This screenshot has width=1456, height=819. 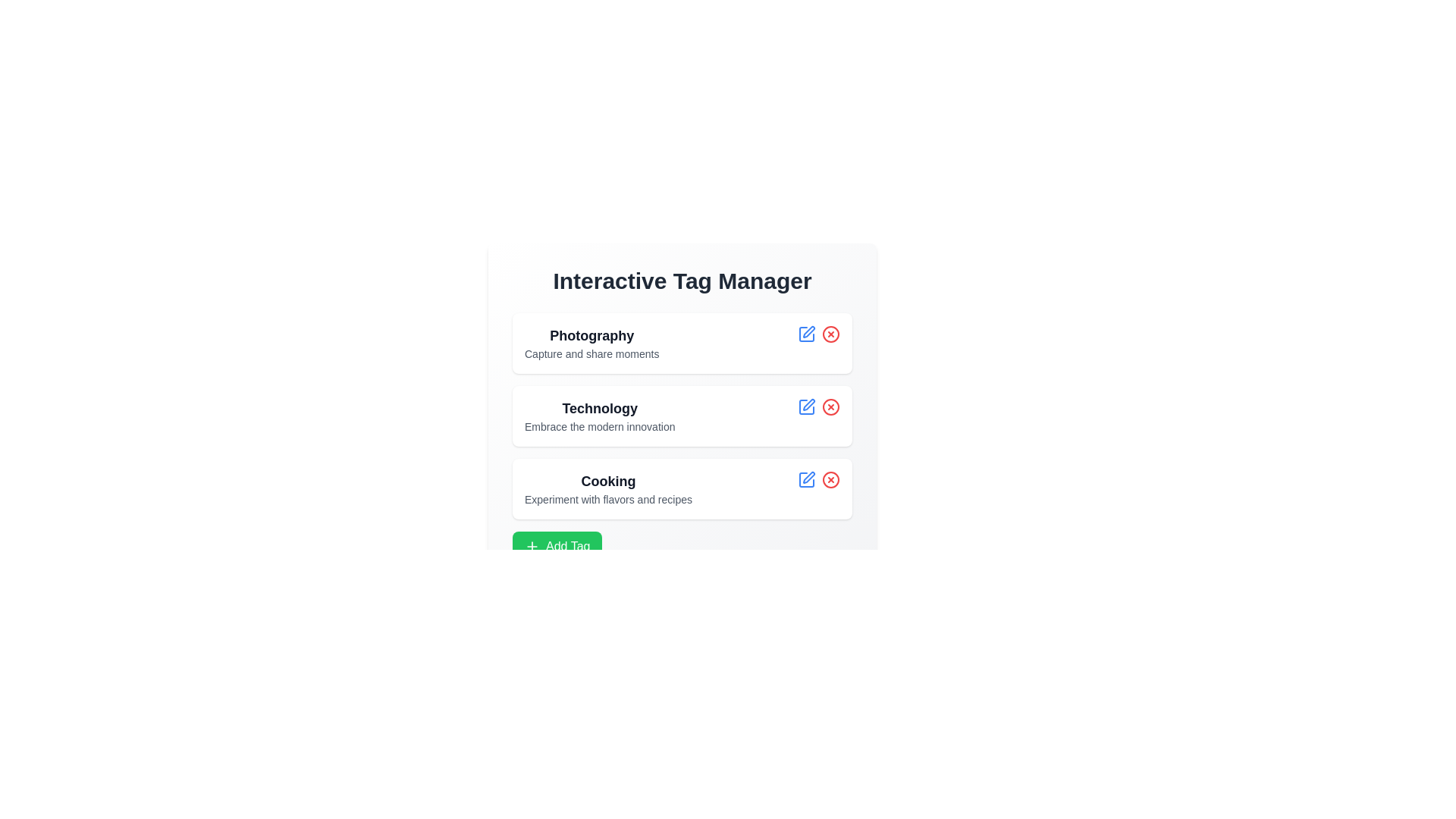 I want to click on title label for the 'Cooking' tag, which is positioned above the sibling text 'Experiment with flavors and recipes' in the 'Interactive Tag Manager' section, so click(x=608, y=482).